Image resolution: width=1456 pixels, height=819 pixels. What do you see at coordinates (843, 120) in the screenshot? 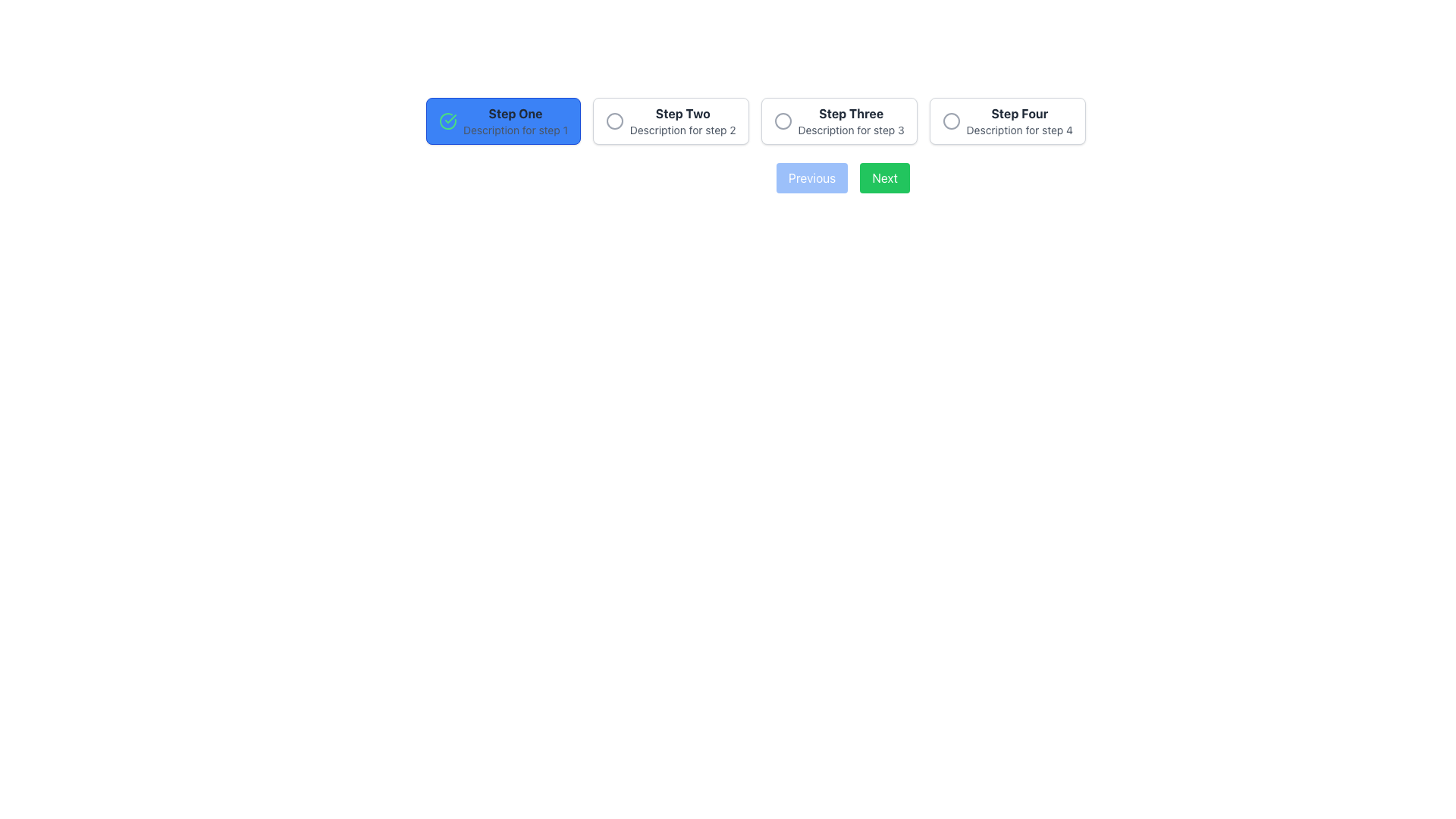
I see `the third step of the multi-step process indicator, which is located near the top center of the interface` at bounding box center [843, 120].